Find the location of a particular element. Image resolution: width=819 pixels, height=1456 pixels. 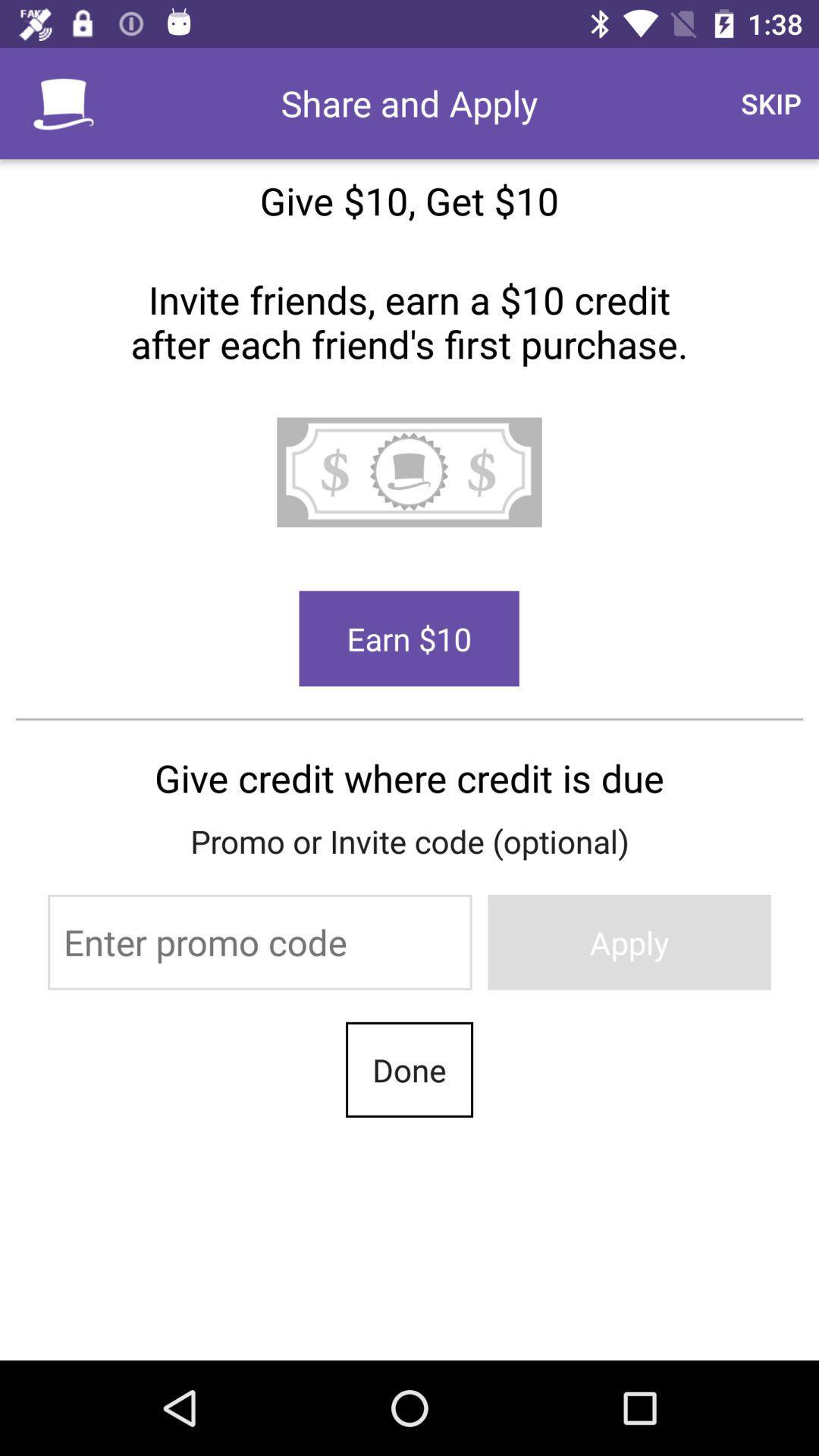

promo code is located at coordinates (259, 941).